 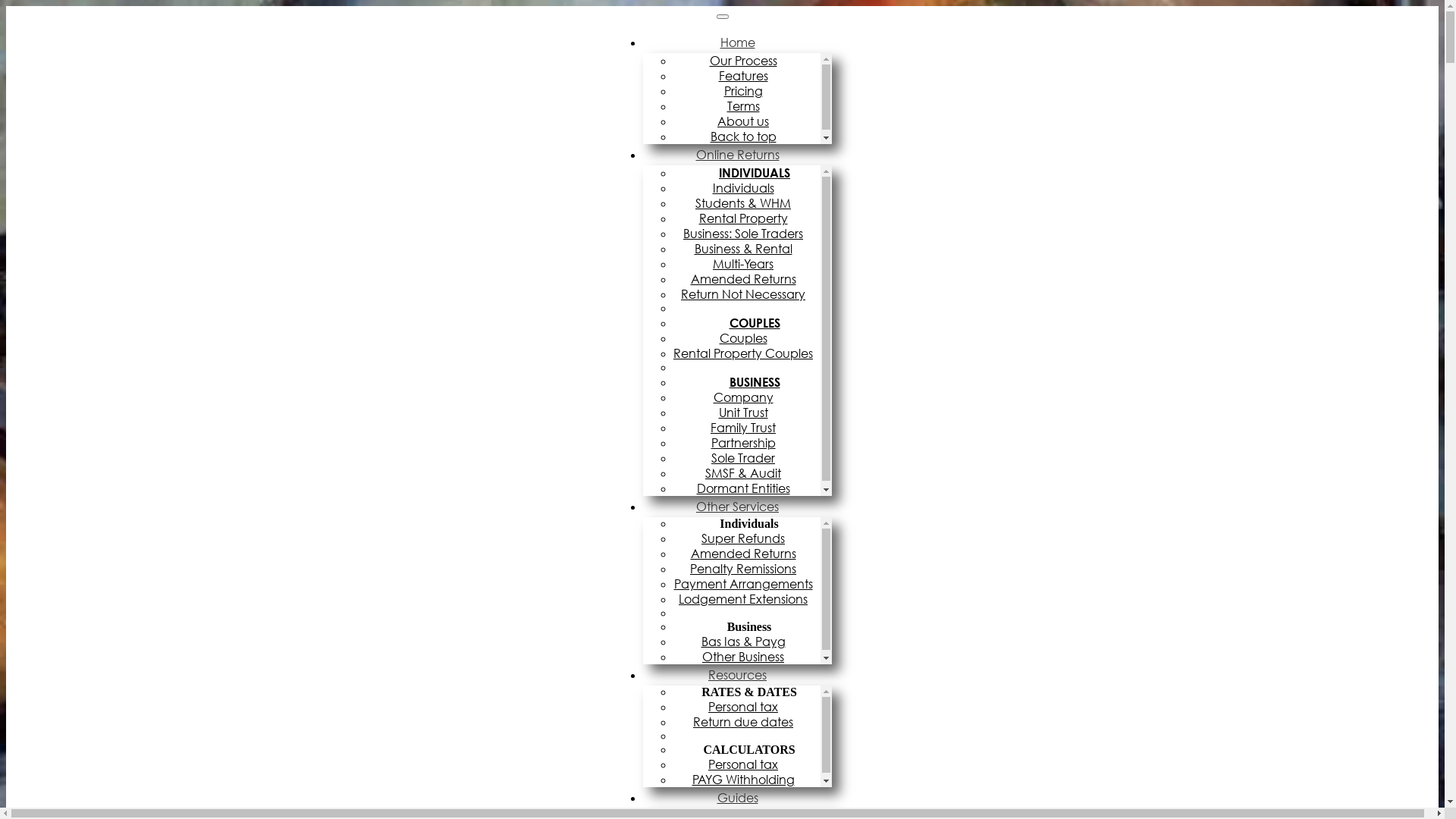 What do you see at coordinates (747, 442) in the screenshot?
I see `'Partnership'` at bounding box center [747, 442].